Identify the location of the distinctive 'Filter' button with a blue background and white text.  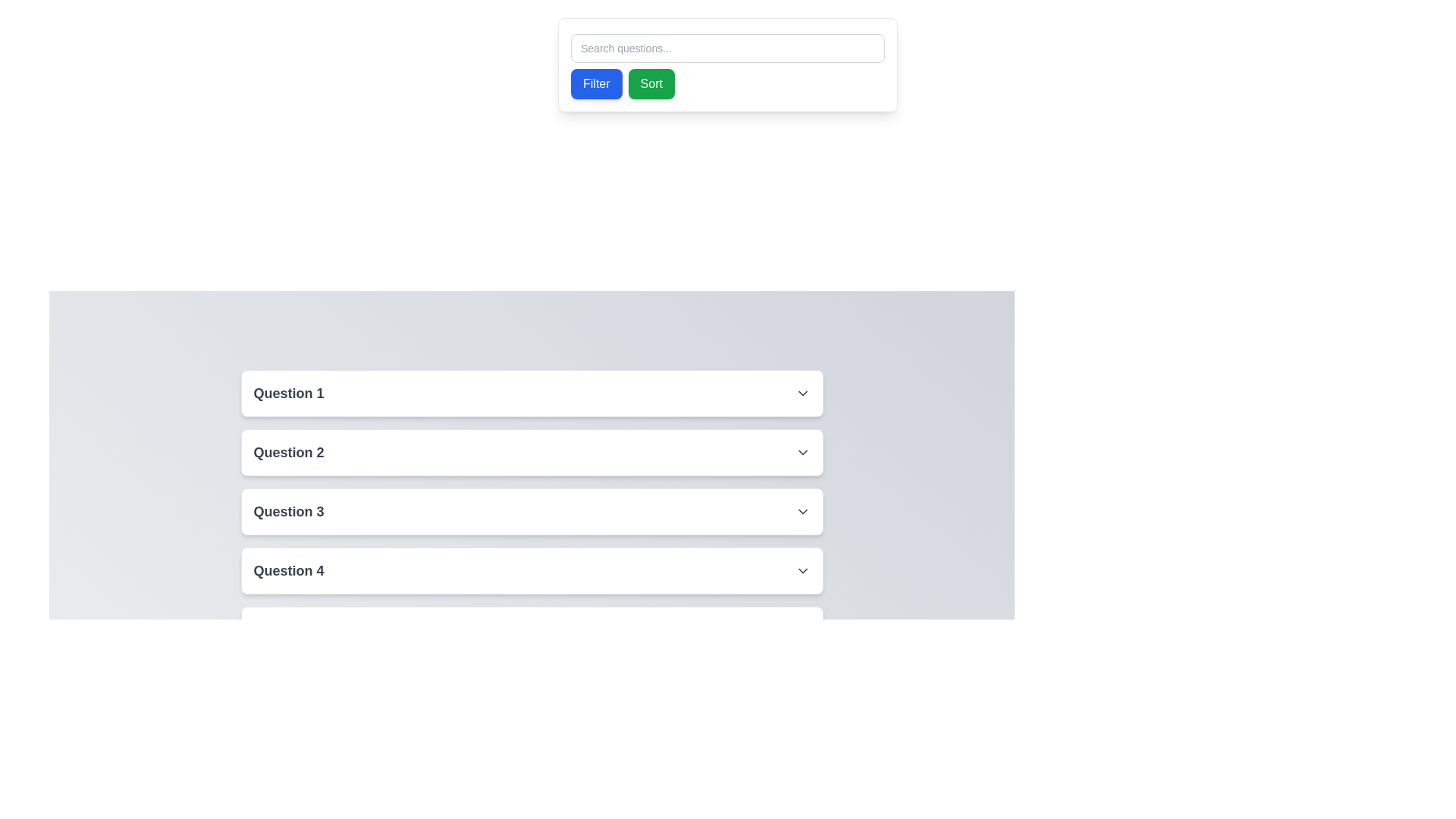
(595, 84).